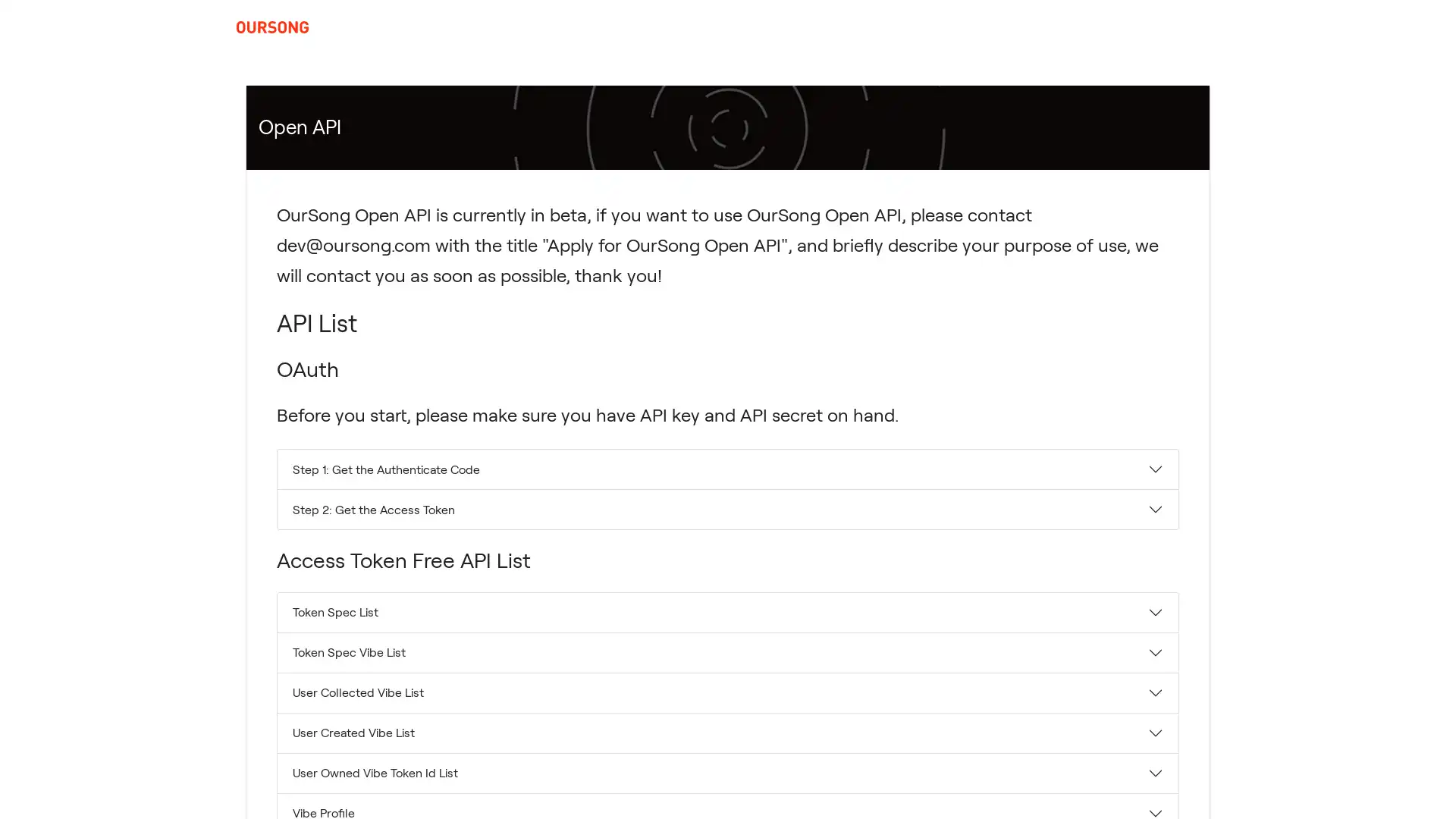 This screenshot has width=1456, height=819. What do you see at coordinates (728, 610) in the screenshot?
I see `Token Spec List` at bounding box center [728, 610].